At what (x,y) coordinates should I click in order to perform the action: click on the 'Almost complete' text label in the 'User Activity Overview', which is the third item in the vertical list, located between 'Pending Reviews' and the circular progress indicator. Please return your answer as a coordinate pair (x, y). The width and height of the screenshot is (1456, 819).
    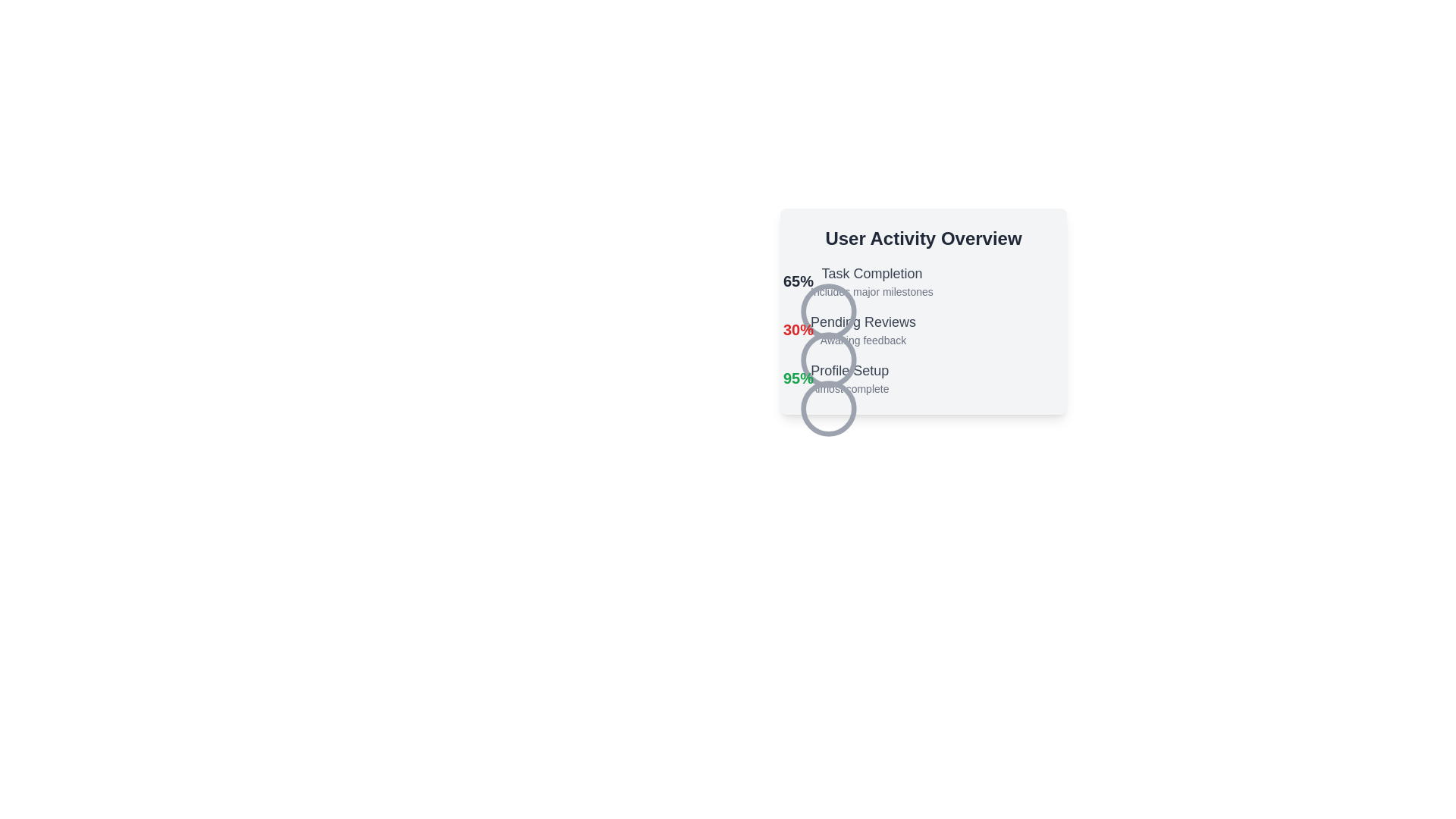
    Looking at the image, I should click on (849, 377).